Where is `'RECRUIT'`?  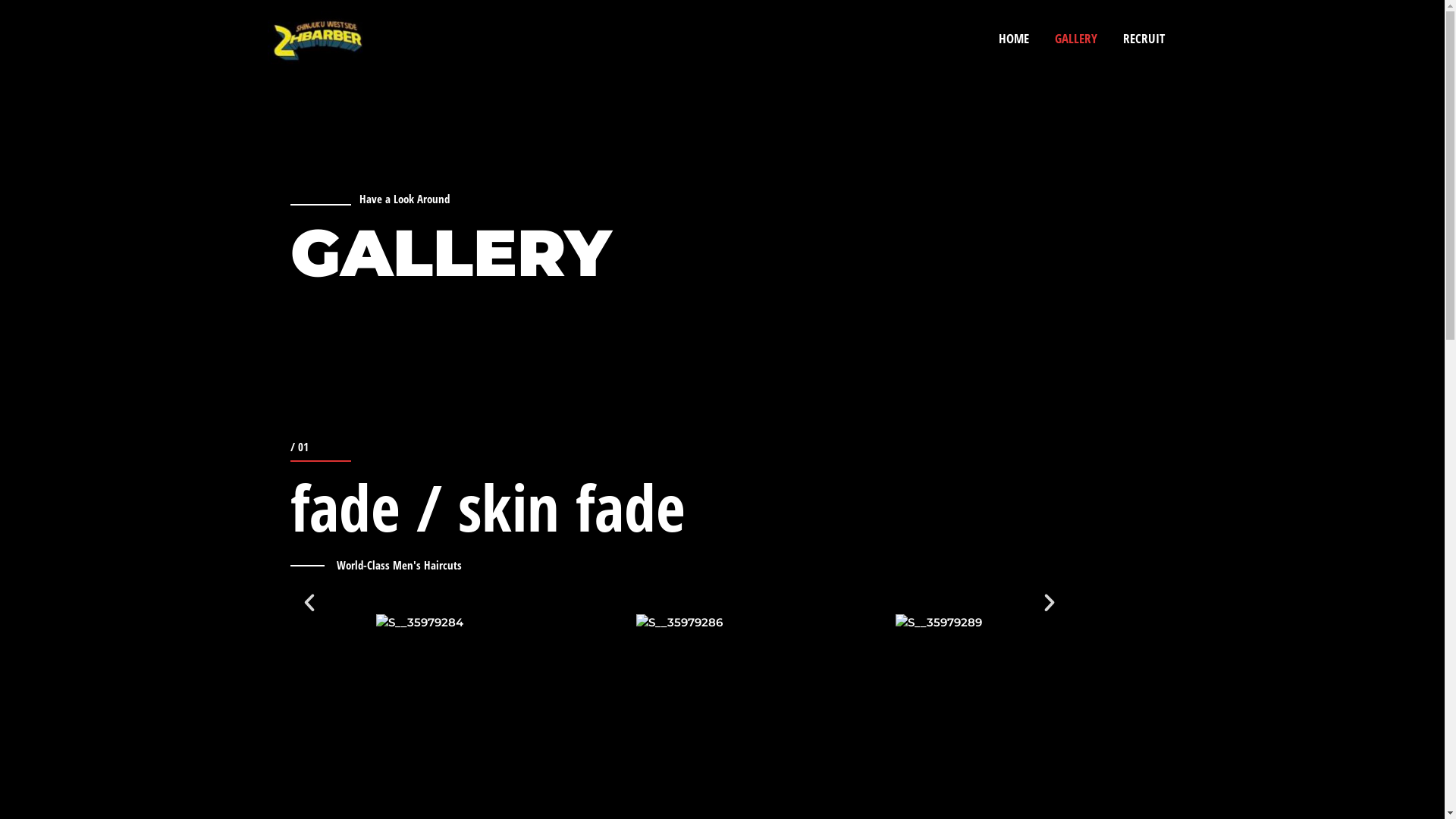 'RECRUIT' is located at coordinates (1144, 37).